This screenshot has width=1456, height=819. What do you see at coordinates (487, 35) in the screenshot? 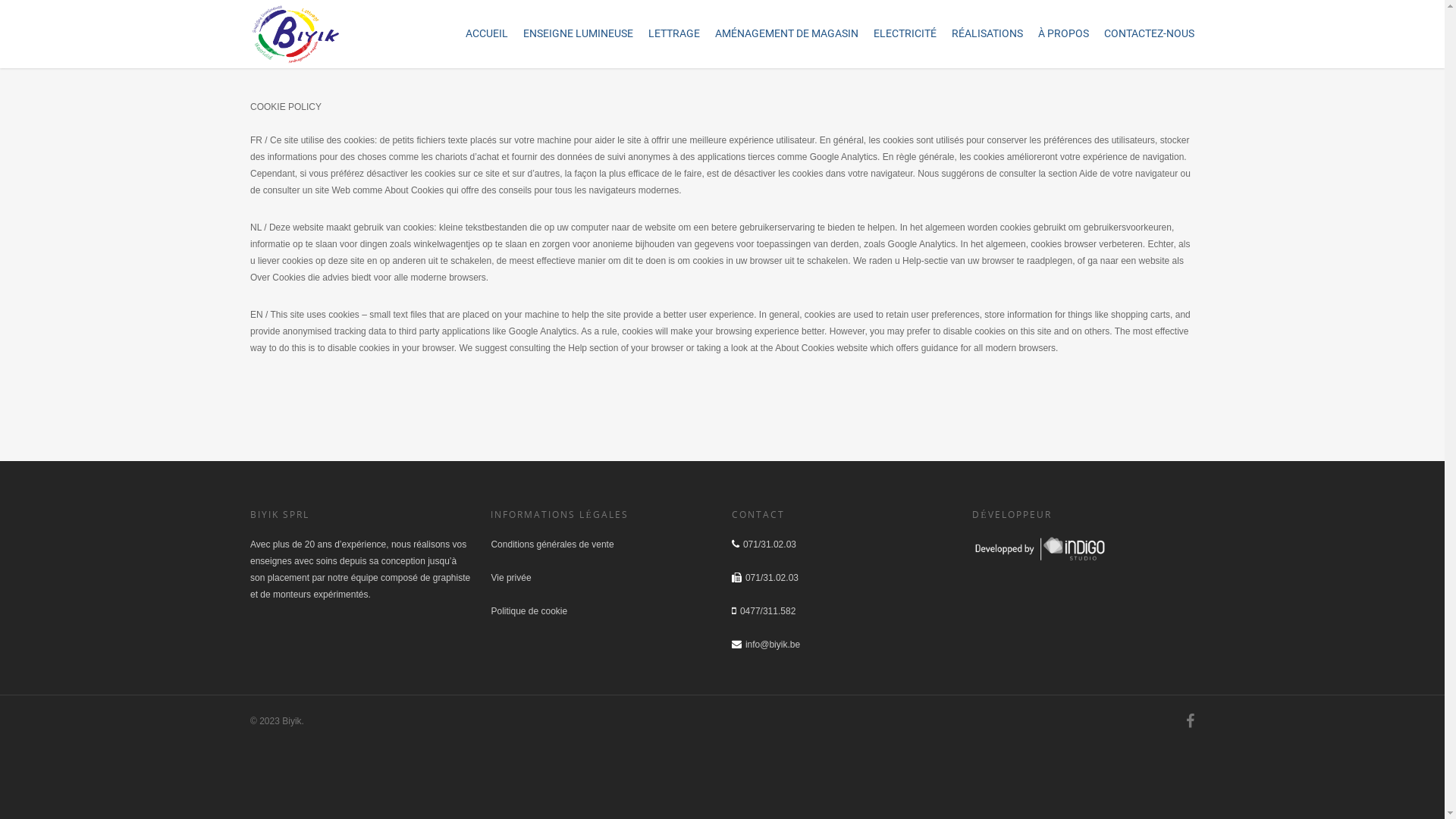
I see `'ACCUEIL'` at bounding box center [487, 35].